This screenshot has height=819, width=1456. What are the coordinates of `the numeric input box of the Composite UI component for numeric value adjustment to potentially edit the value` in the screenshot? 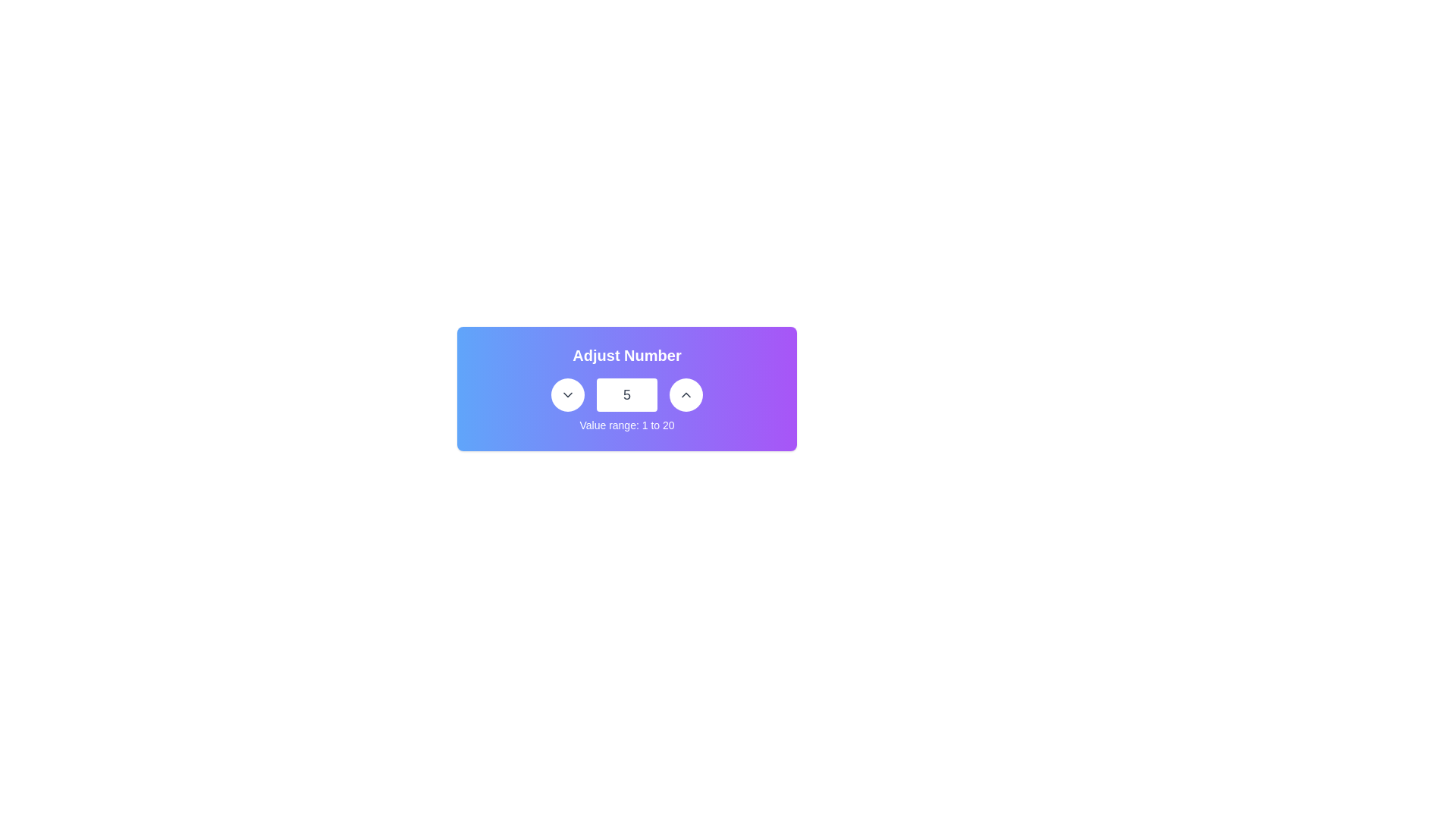 It's located at (626, 388).